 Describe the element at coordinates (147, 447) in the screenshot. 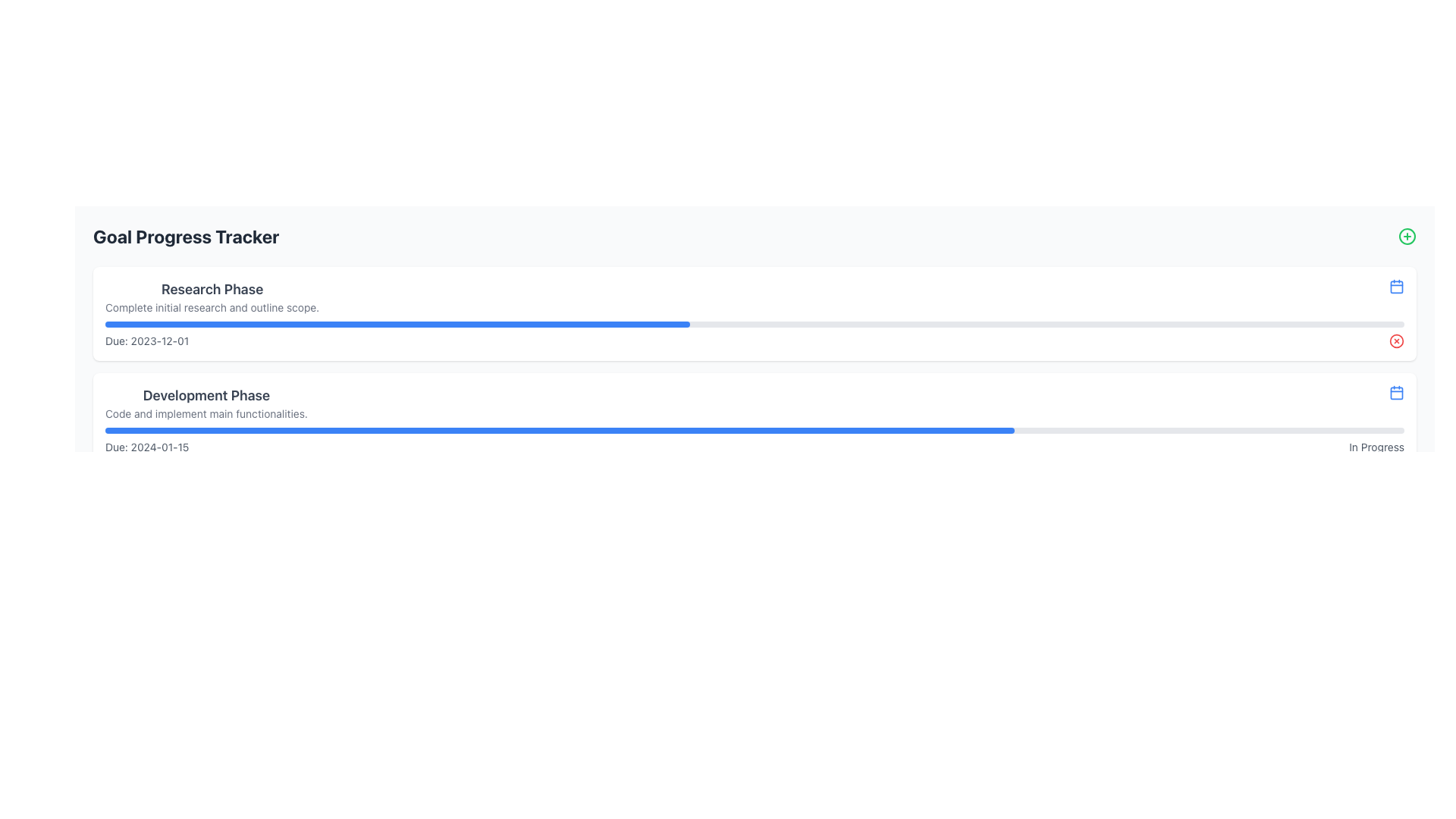

I see `the text label displaying 'Due: 2024-01-15', which is located near the bottom-left of the 'Development Phase' section, just below the progress bar and before the 'In Progress' label` at that location.